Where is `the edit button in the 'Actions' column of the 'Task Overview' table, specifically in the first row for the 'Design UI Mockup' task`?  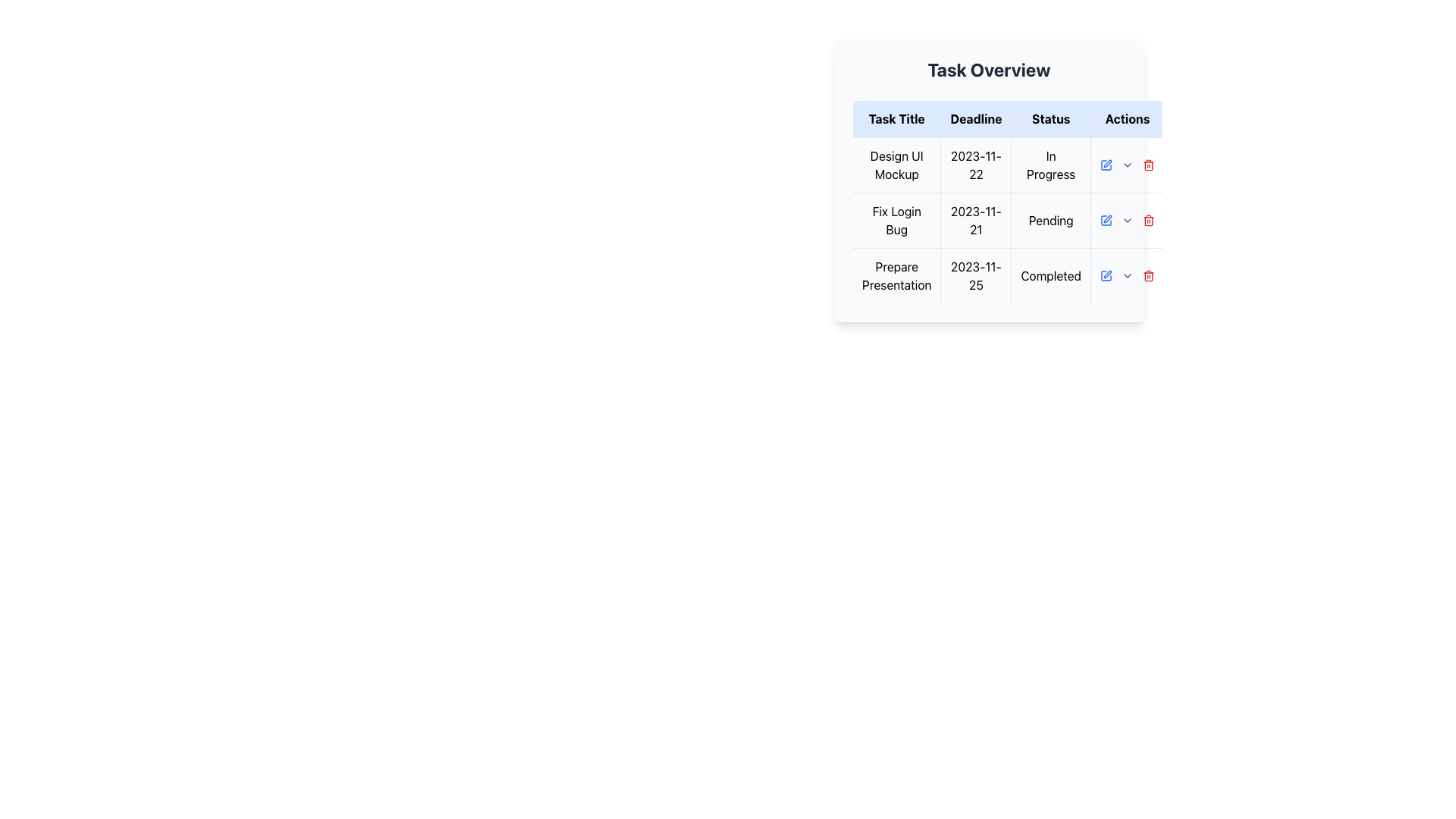 the edit button in the 'Actions' column of the 'Task Overview' table, specifically in the first row for the 'Design UI Mockup' task is located at coordinates (1106, 165).